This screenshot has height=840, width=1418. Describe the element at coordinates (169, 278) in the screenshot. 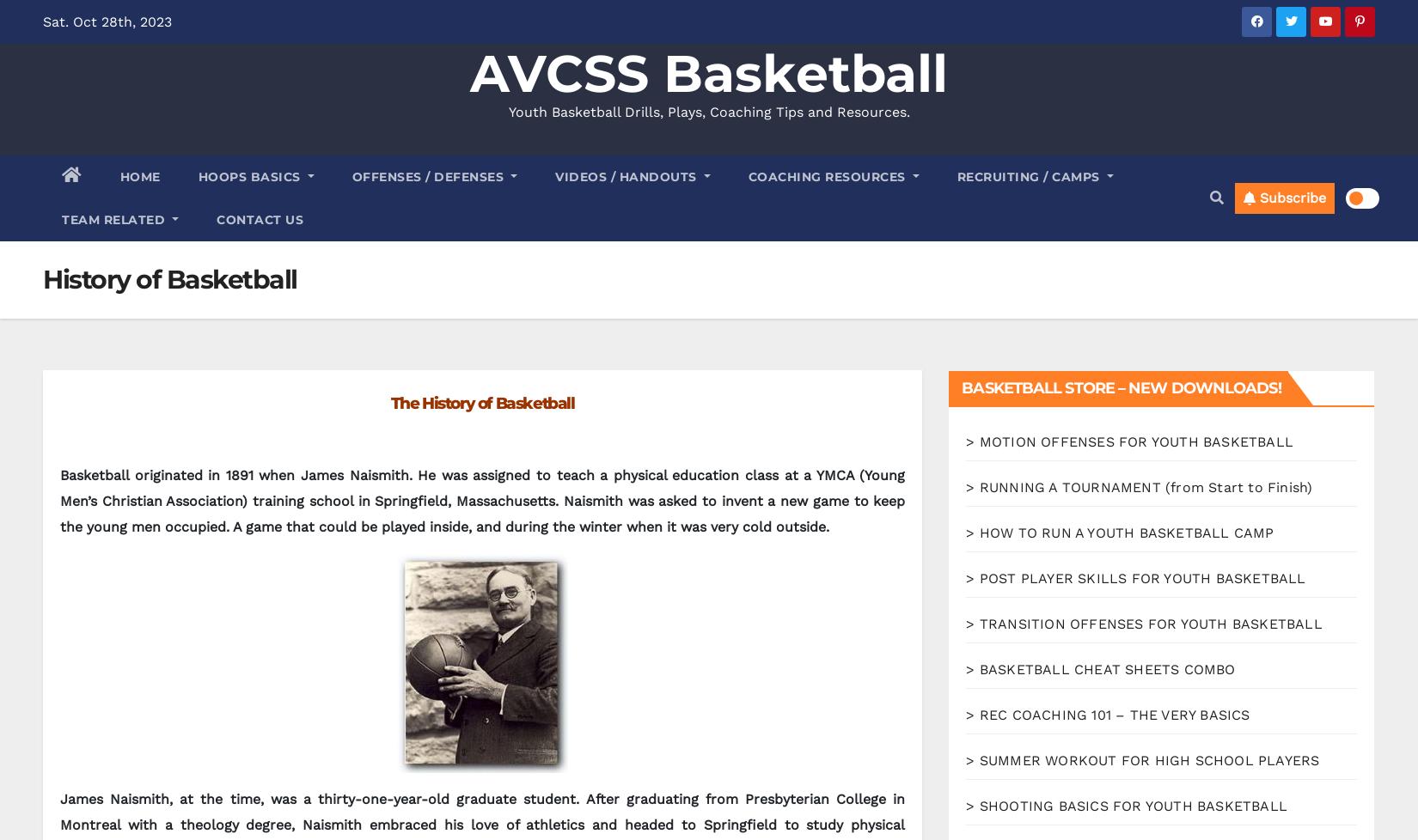

I see `'History of Basketball'` at that location.